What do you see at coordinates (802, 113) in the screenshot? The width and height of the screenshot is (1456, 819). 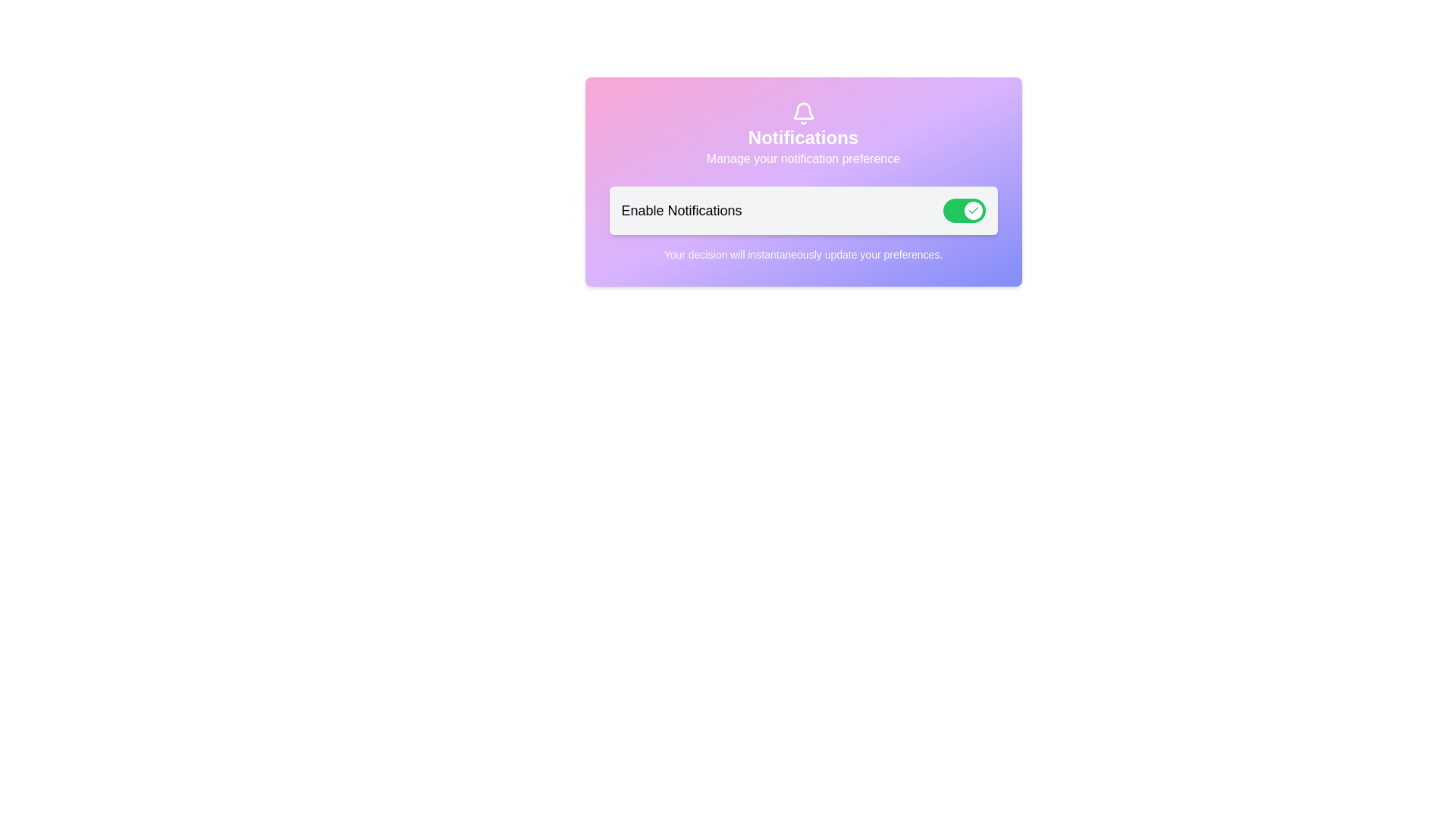 I see `the bell icon, which is a minimalistic design outlined in white against a purple-pink gradient background, located at the top center of the notification settings panel` at bounding box center [802, 113].